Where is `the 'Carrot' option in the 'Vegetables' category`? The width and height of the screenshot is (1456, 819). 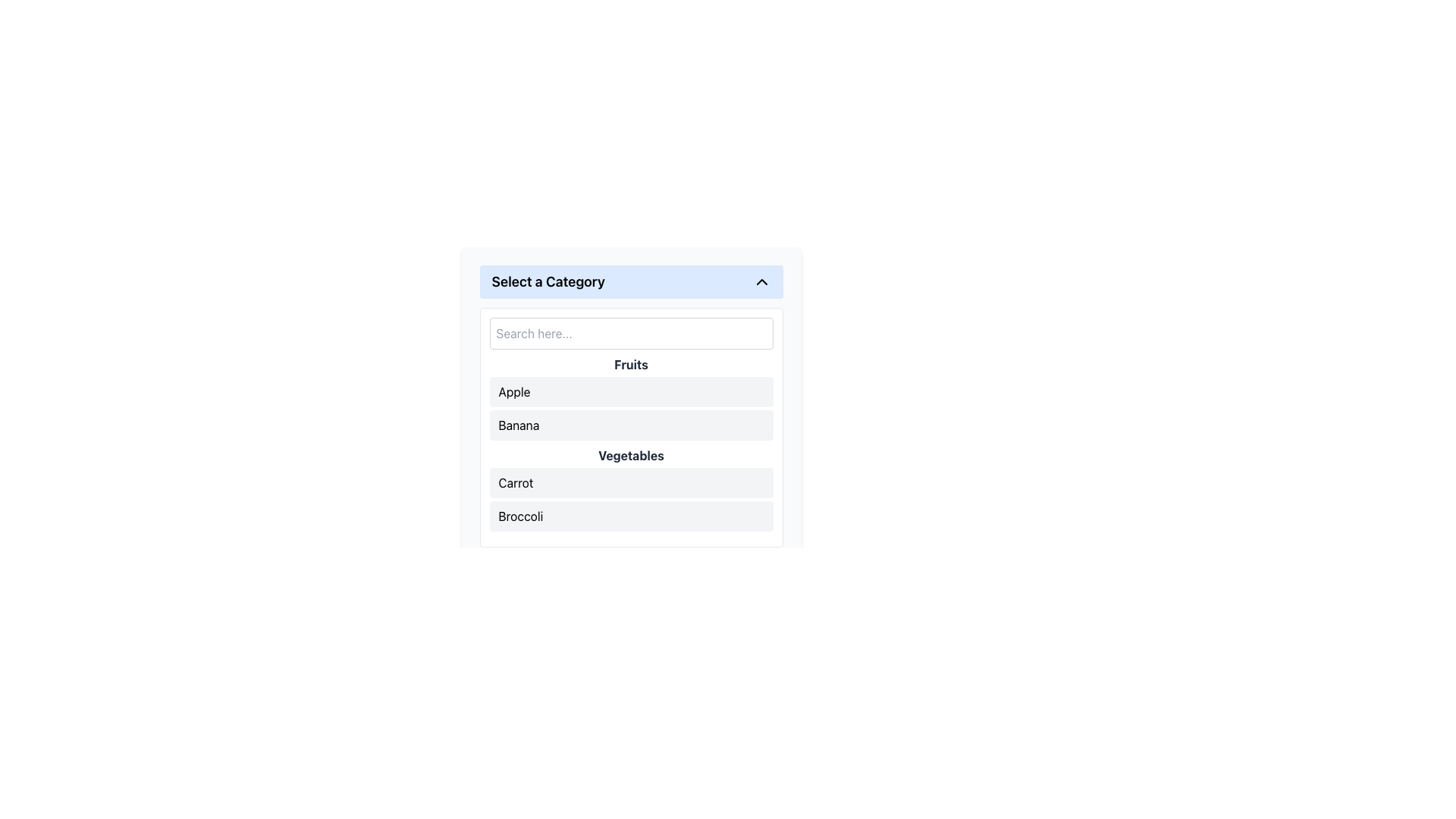
the 'Carrot' option in the 'Vegetables' category is located at coordinates (631, 488).